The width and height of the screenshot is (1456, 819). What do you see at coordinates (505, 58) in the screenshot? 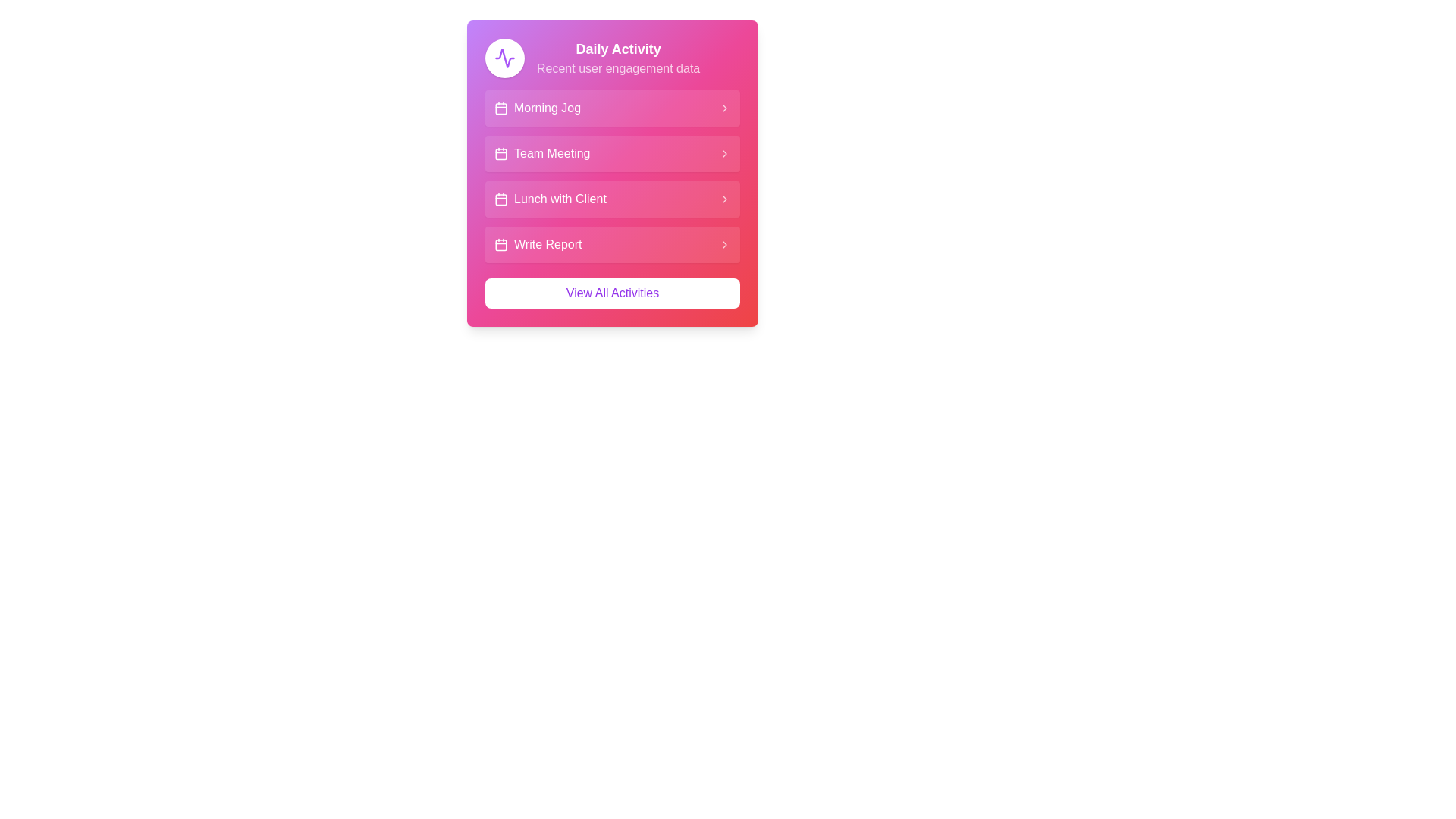
I see `the decorative icon representing activity or engagement located in the top-left corner of the 'Daily Activity' card, which is above the text content and to the left of the title and subtitle` at bounding box center [505, 58].